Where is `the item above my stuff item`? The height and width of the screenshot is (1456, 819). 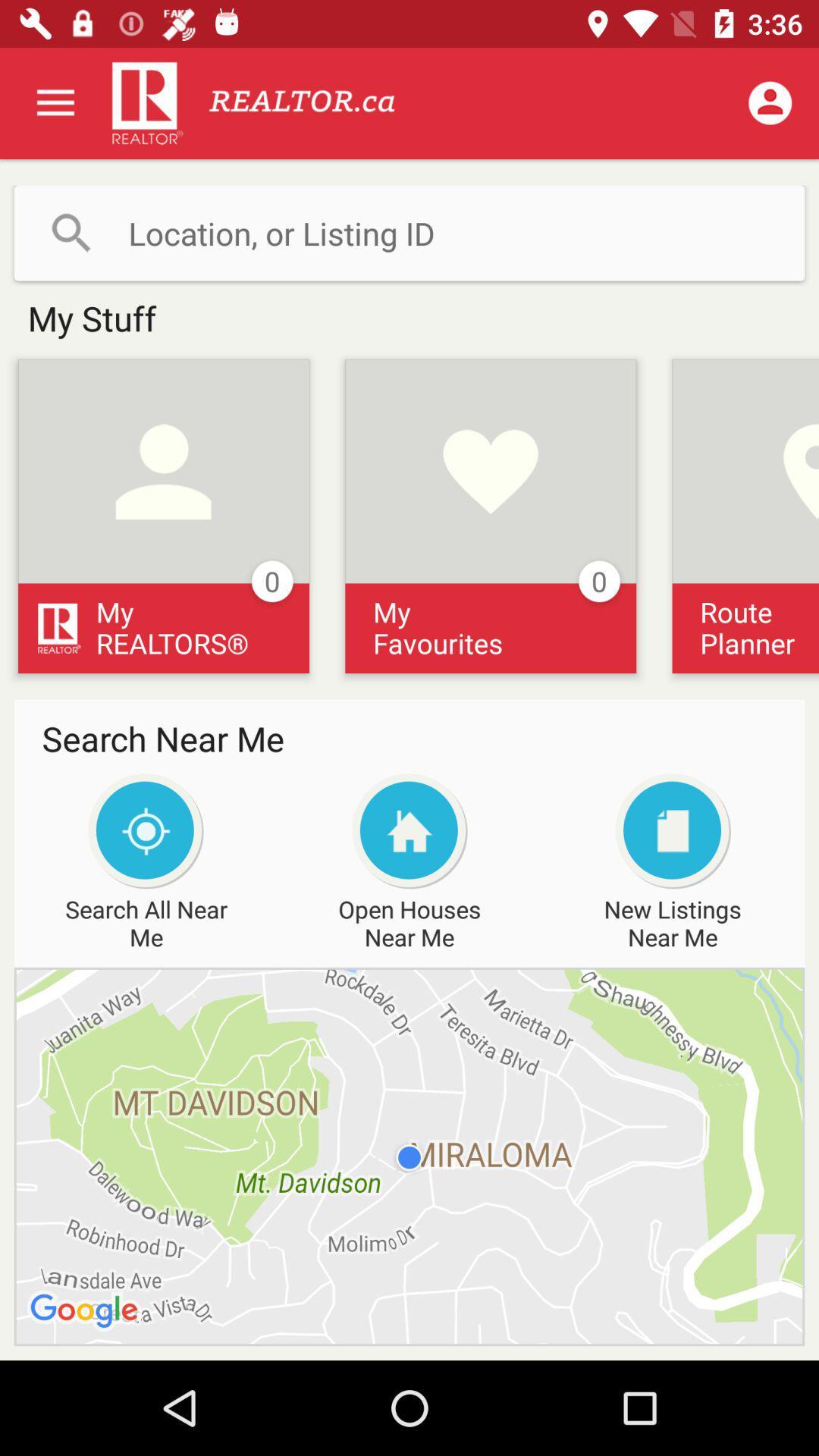 the item above my stuff item is located at coordinates (409, 232).